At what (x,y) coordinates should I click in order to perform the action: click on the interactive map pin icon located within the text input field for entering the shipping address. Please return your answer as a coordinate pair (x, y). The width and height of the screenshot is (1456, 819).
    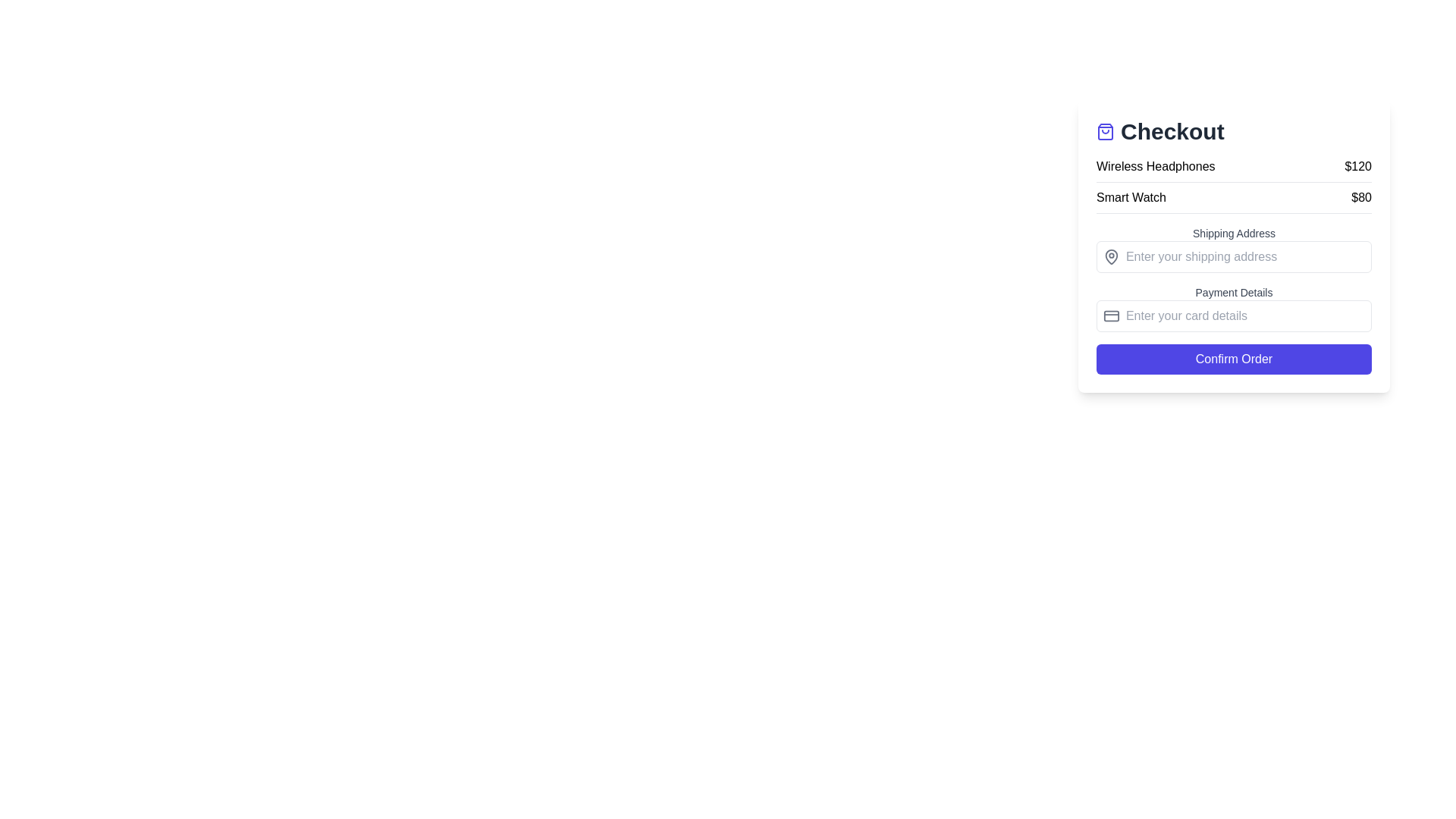
    Looking at the image, I should click on (1234, 256).